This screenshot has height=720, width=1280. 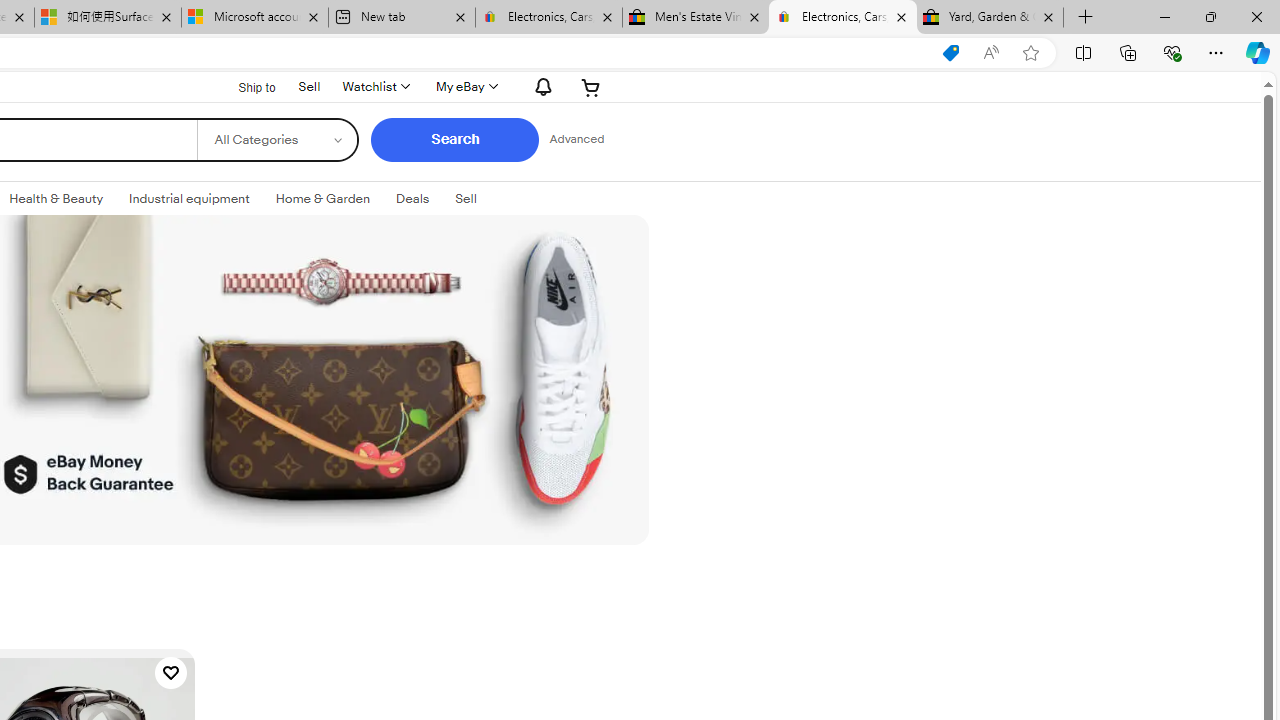 I want to click on 'Industrial equipment', so click(x=189, y=199).